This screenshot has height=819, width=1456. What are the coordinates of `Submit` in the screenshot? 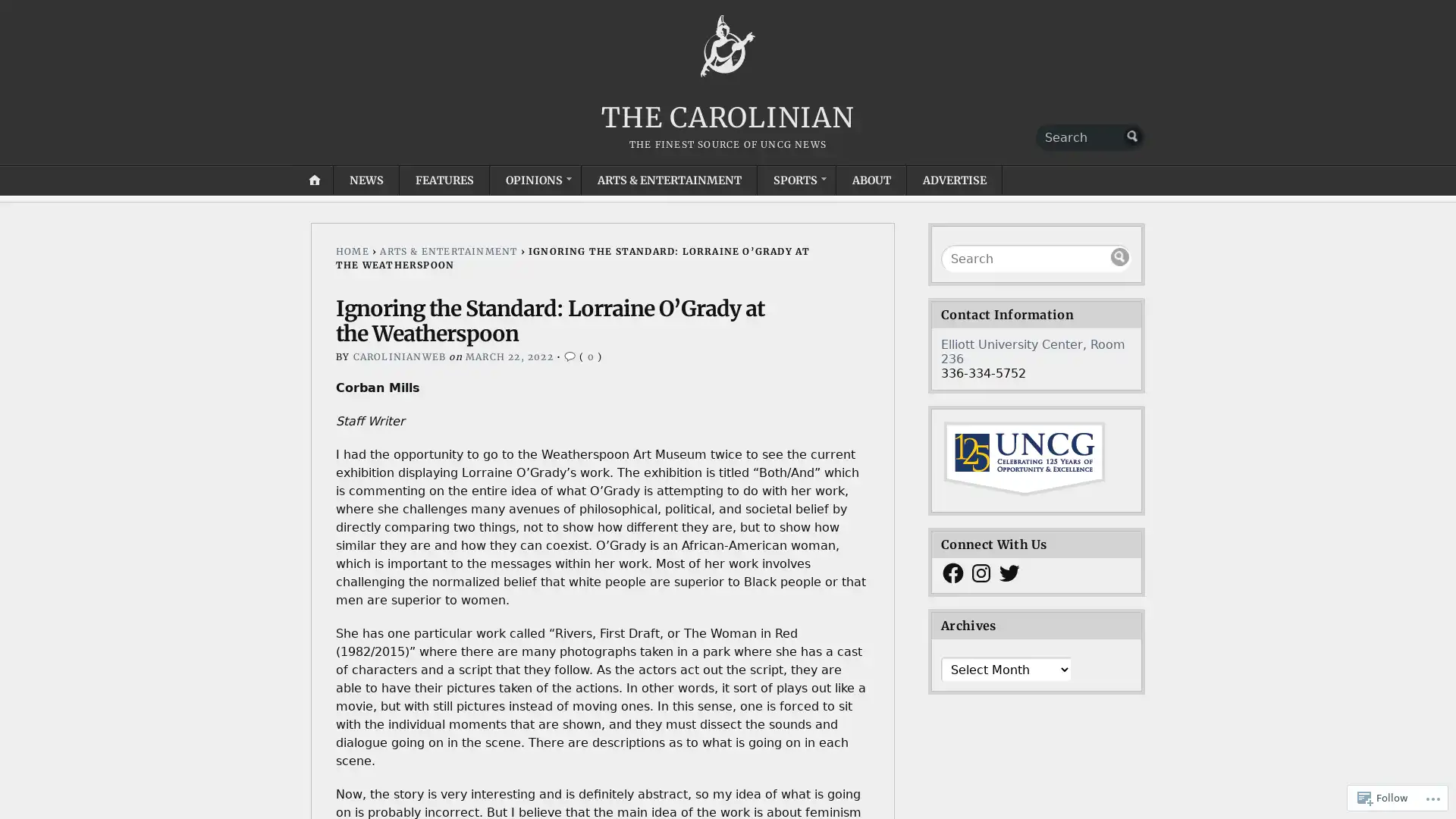 It's located at (1120, 256).